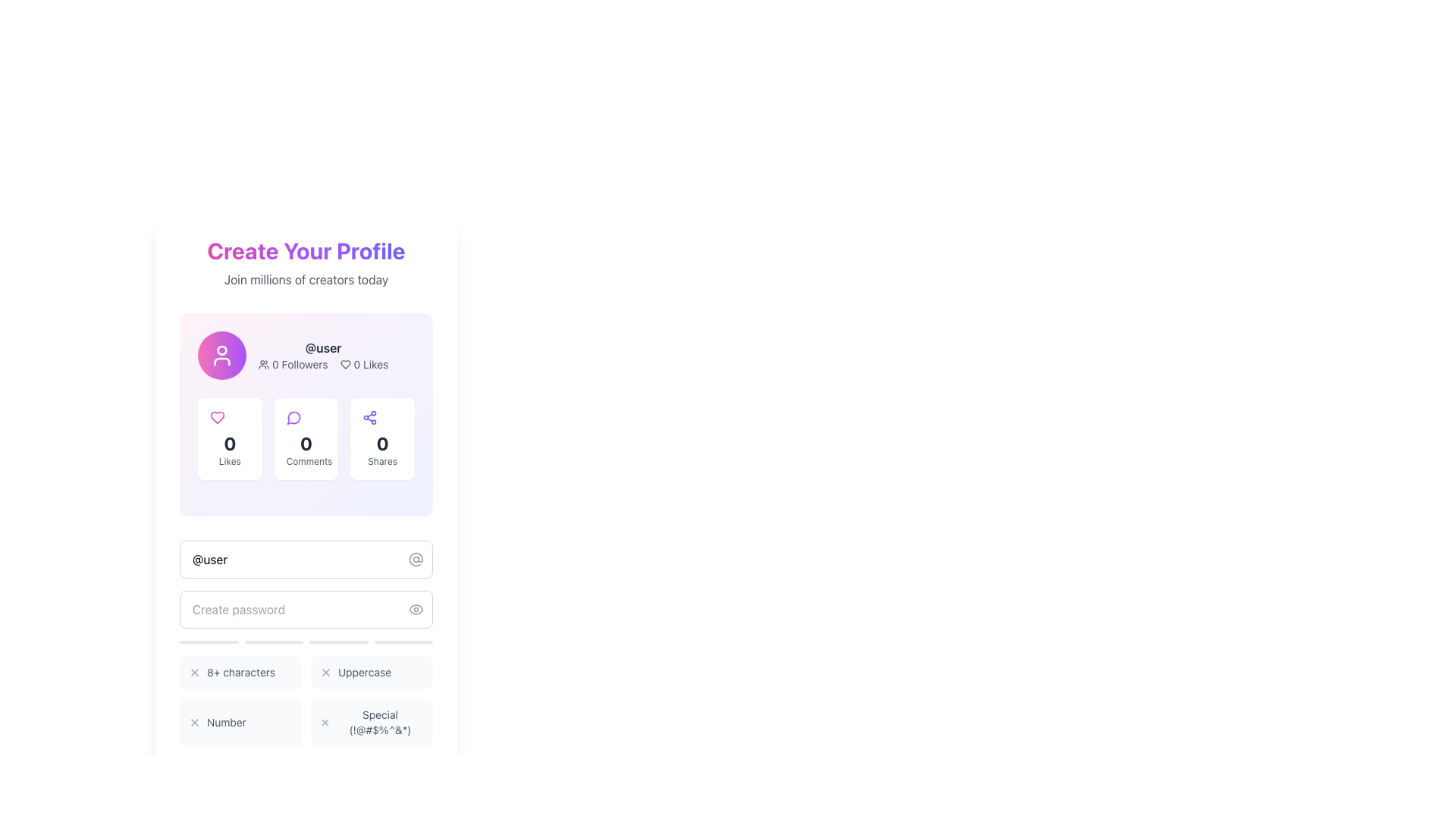 Image resolution: width=1456 pixels, height=819 pixels. I want to click on the '@' symbol icon, which is styled with a gray tone and located at the far-right inside the input box with the placeholder text 'Choose username', so click(416, 559).